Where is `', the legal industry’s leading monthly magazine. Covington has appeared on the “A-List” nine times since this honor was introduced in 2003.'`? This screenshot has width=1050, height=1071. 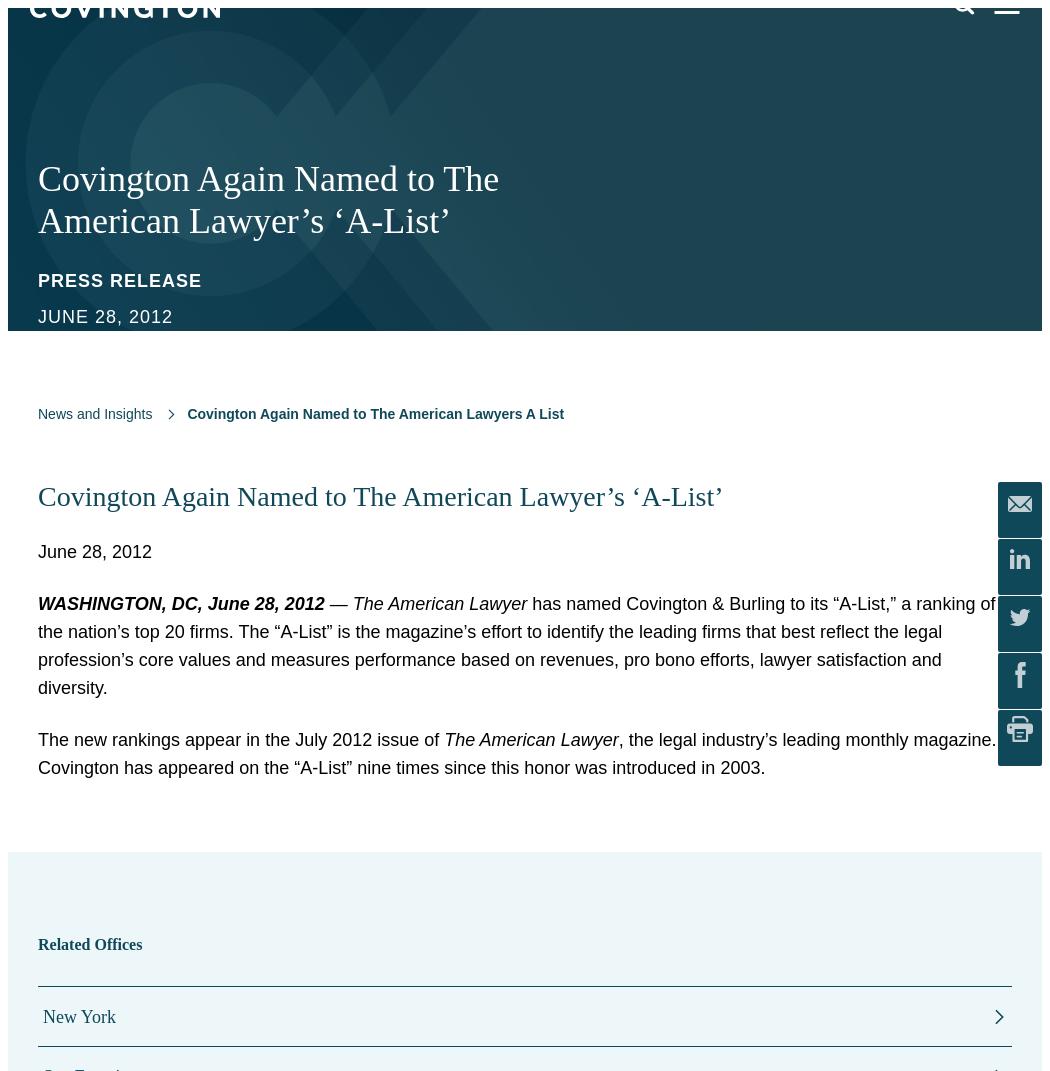 ', the legal industry’s leading monthly magazine. Covington has appeared on the “A-List” nine times since this honor was introduced in 2003.' is located at coordinates (516, 753).